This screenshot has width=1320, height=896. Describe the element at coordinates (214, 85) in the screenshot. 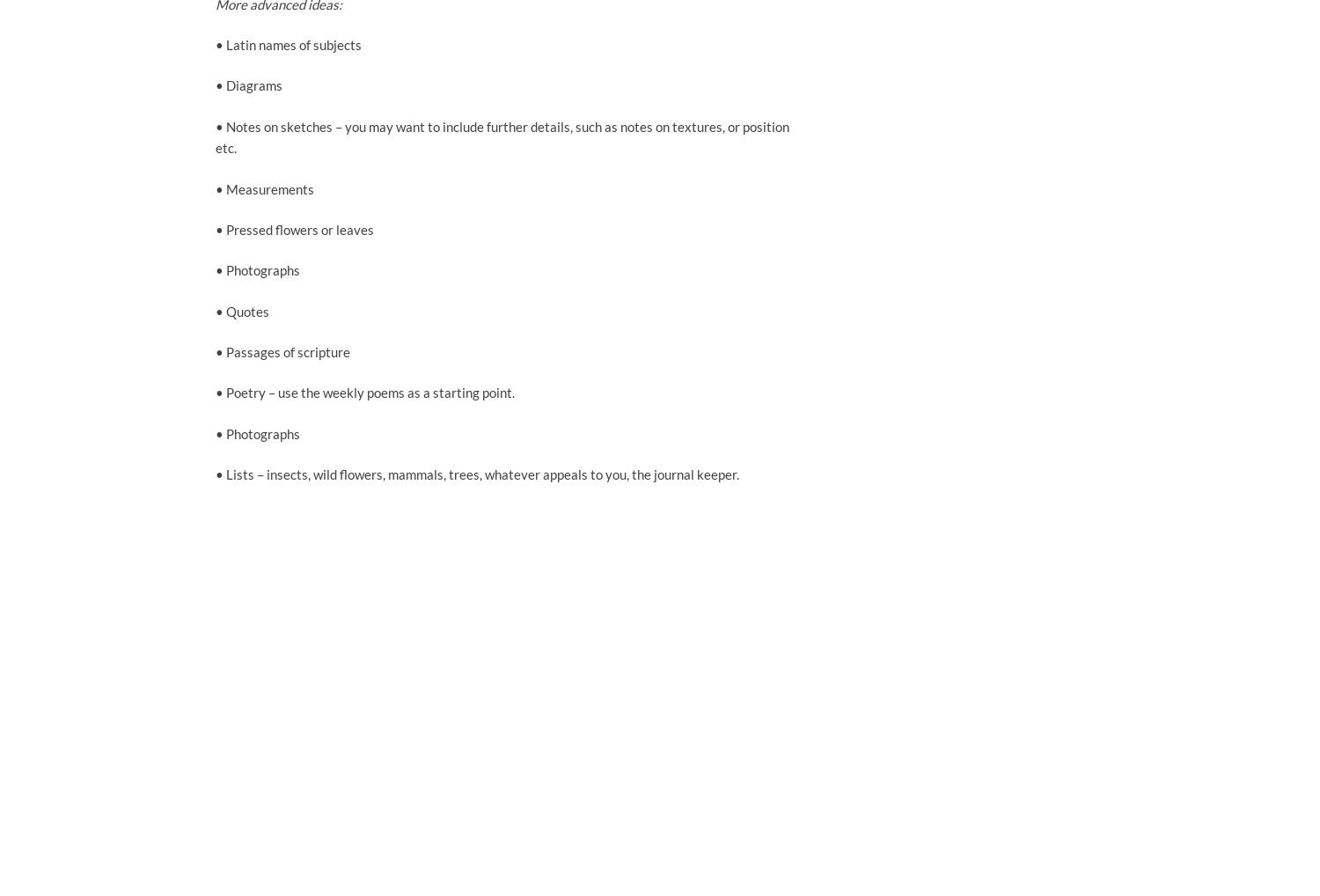

I see `'• Diagrams'` at that location.